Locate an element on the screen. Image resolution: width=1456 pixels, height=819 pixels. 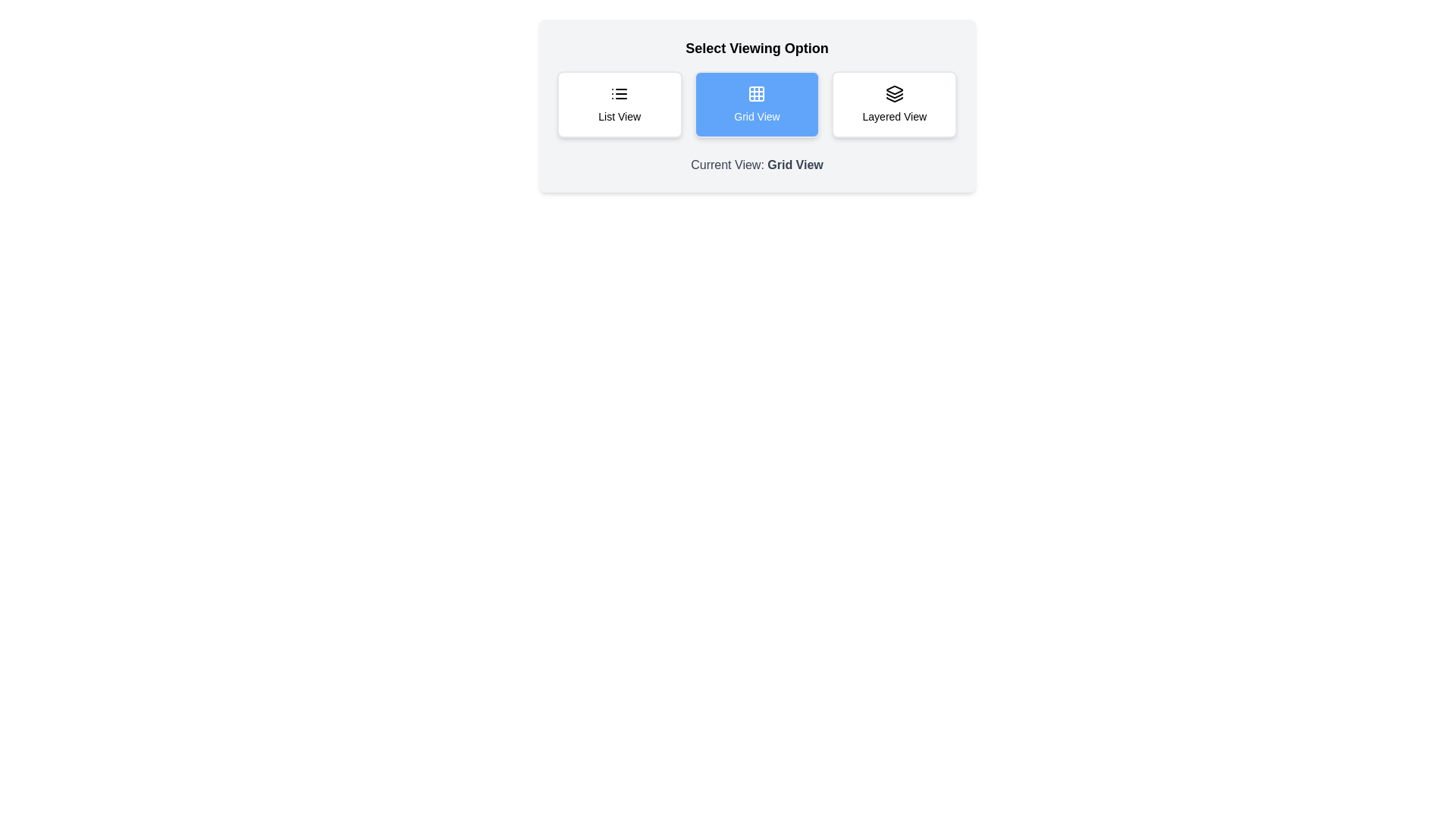
the 'Grid View' button, which has a blue background and white text, located centrally between the 'List View' and 'Layered View' buttons under the 'Select Viewing Option' heading is located at coordinates (757, 104).